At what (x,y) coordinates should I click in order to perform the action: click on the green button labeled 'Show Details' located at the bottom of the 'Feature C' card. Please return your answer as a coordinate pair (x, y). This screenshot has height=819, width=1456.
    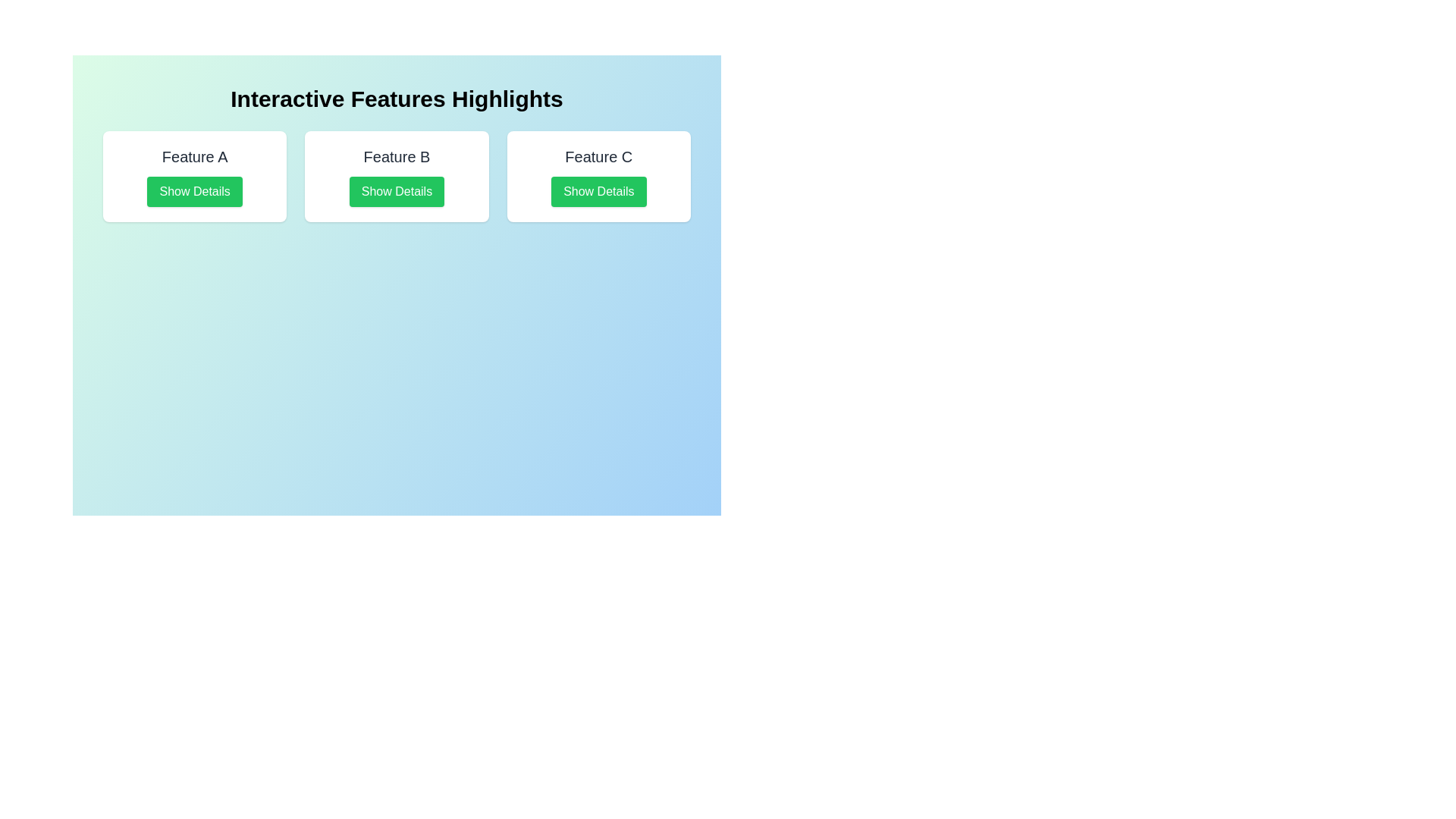
    Looking at the image, I should click on (598, 191).